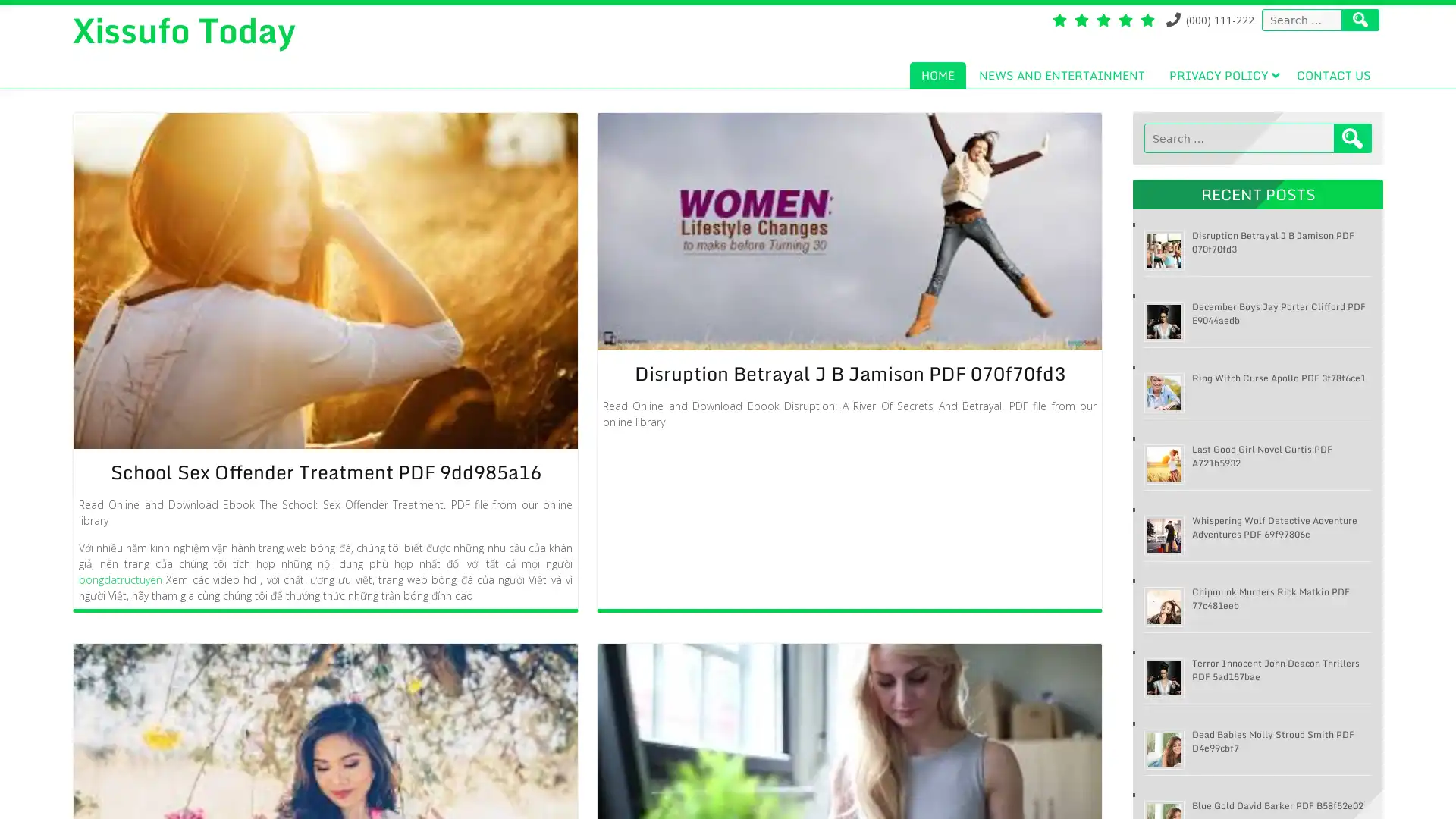 This screenshot has height=819, width=1456. Describe the element at coordinates (1360, 20) in the screenshot. I see `Search` at that location.